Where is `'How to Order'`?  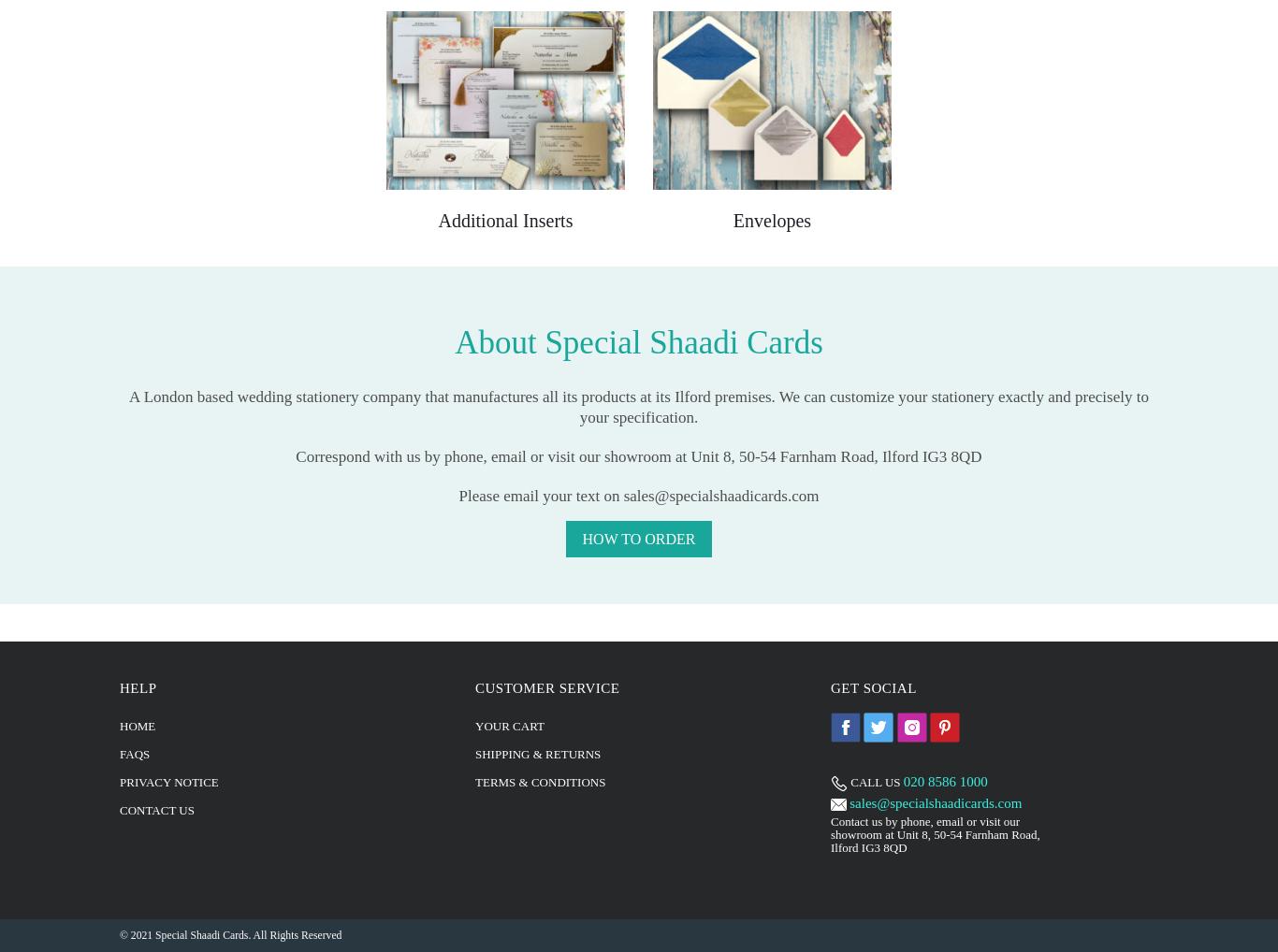
'How to Order' is located at coordinates (637, 538).